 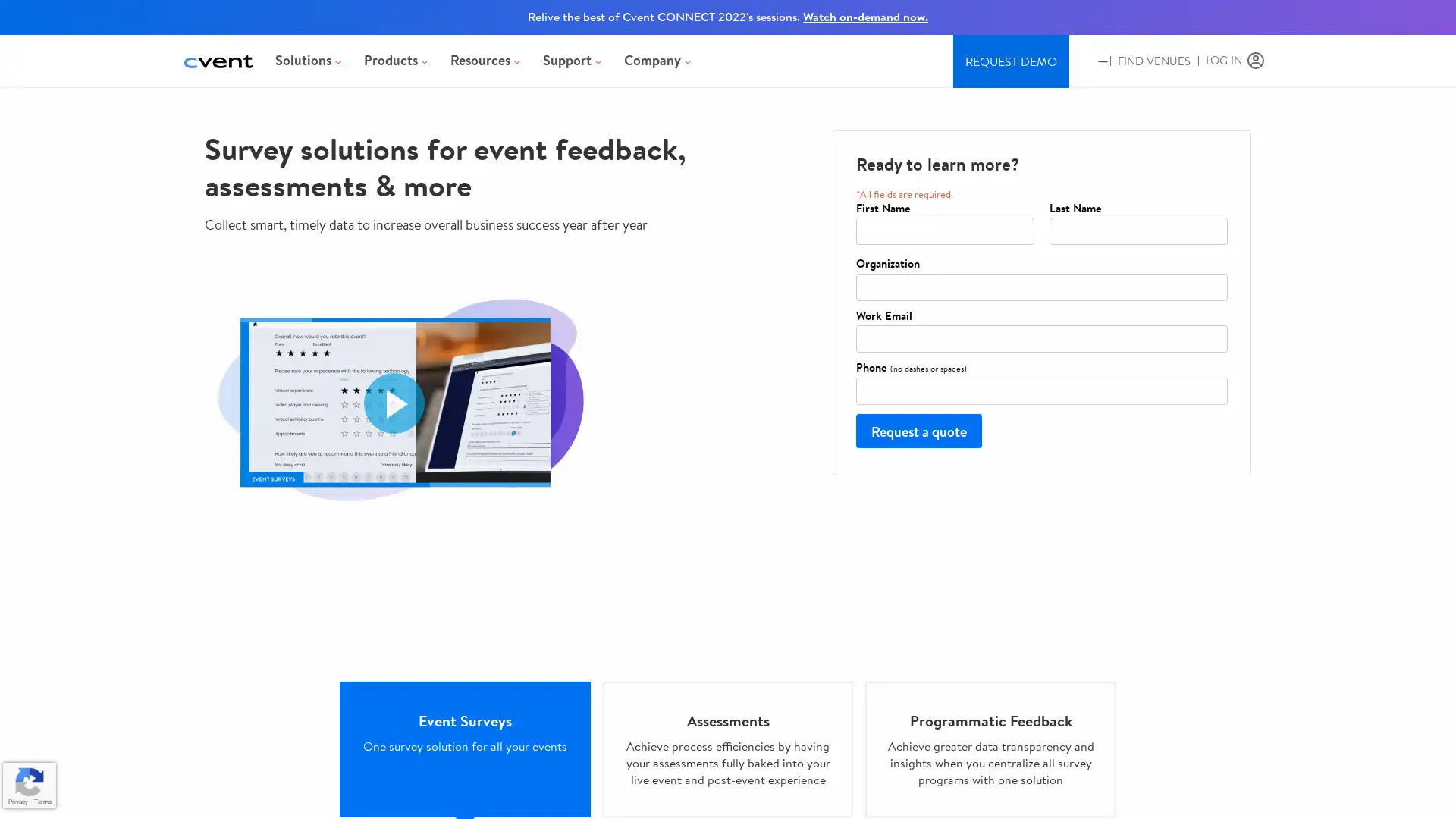 What do you see at coordinates (394, 402) in the screenshot?
I see `Play video Survey Solutions. Opens in a modal` at bounding box center [394, 402].